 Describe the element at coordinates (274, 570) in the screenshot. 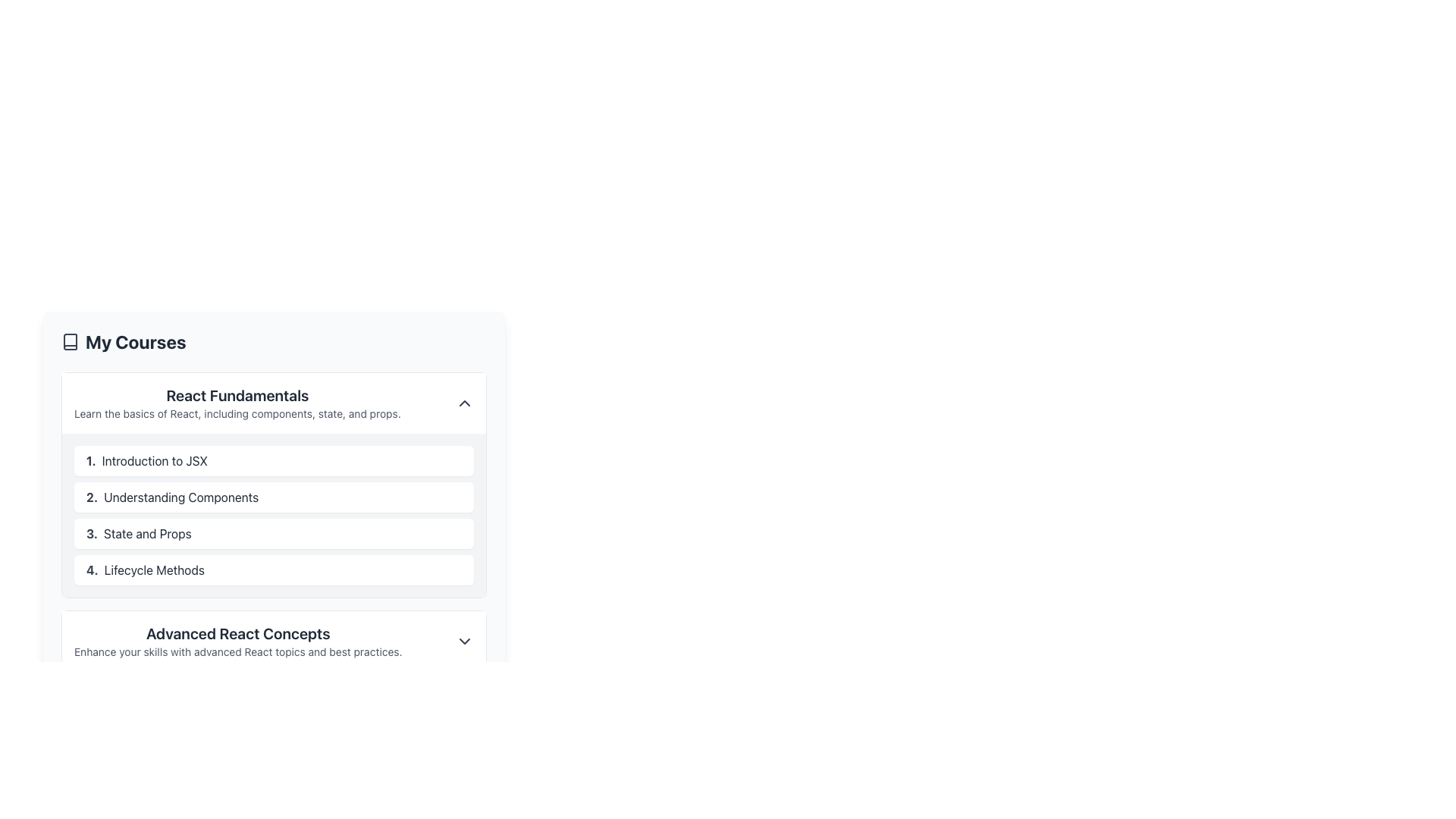

I see `the list item labeled '4. Lifecycle Methods'` at that location.